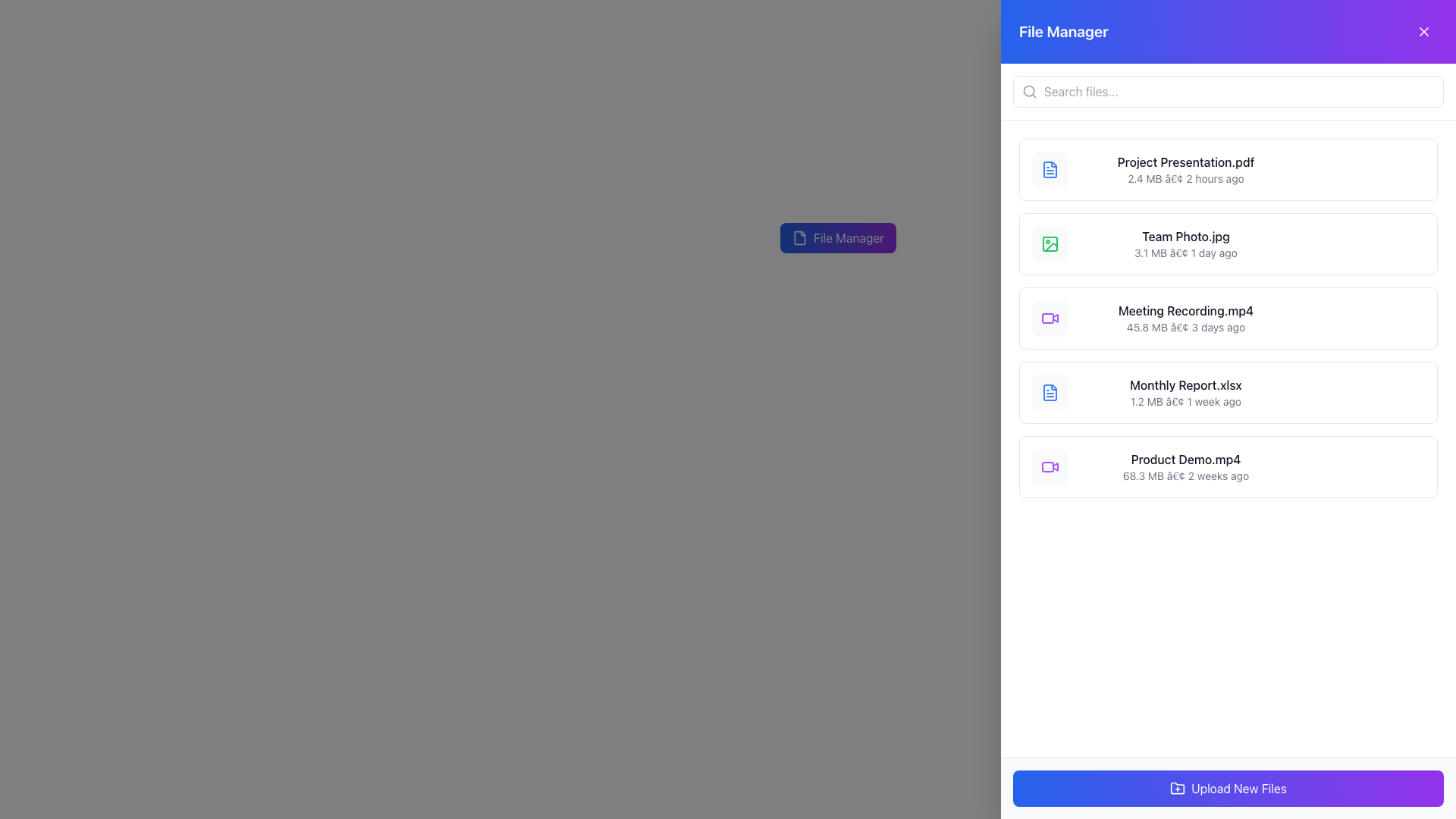  Describe the element at coordinates (1050, 391) in the screenshot. I see `the file icon representing 'Monthly Report.xlsx' located on the right-hand panel of the UI` at that location.